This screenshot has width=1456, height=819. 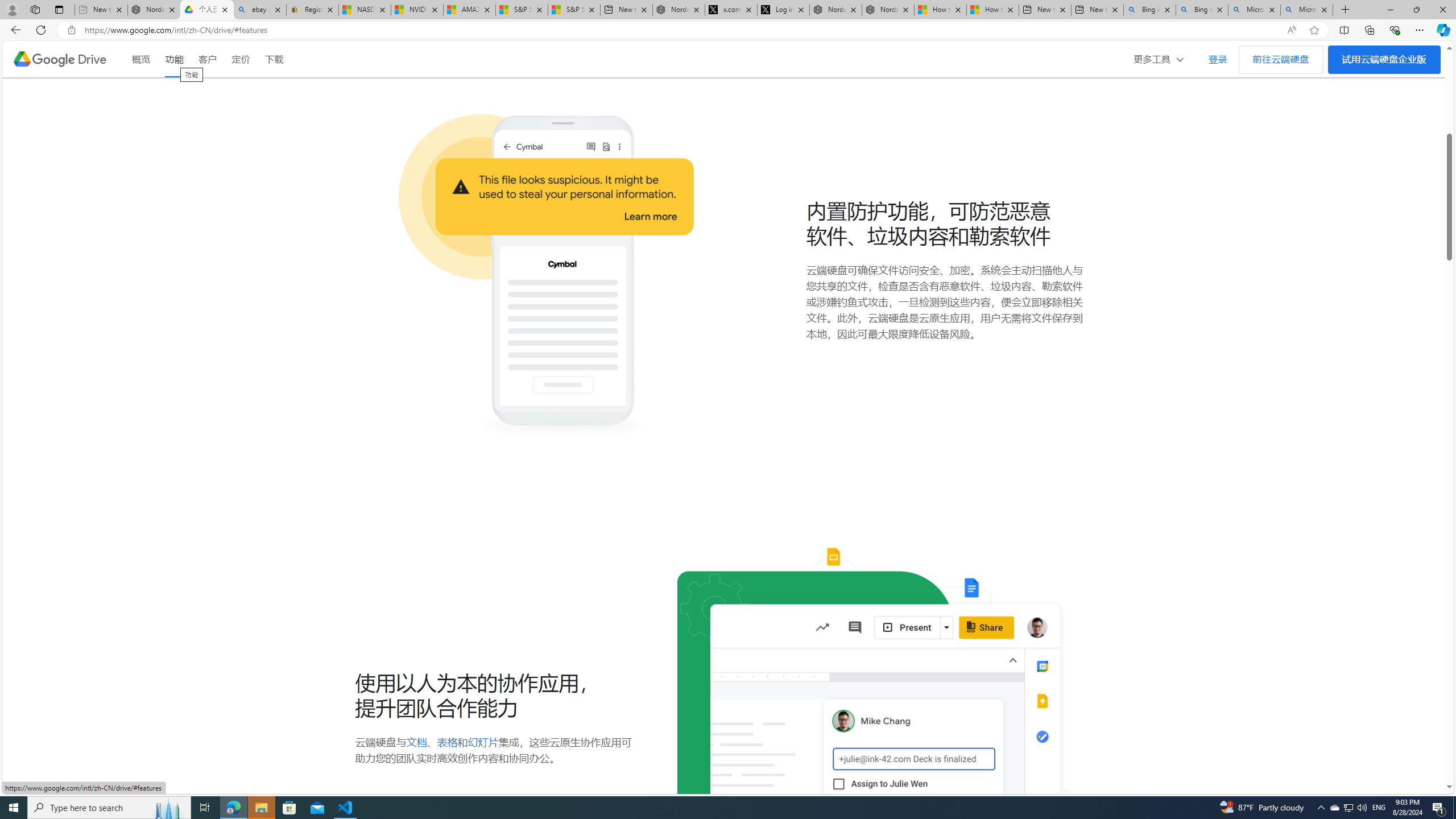 I want to click on 'Log in to X / X', so click(x=783, y=9).